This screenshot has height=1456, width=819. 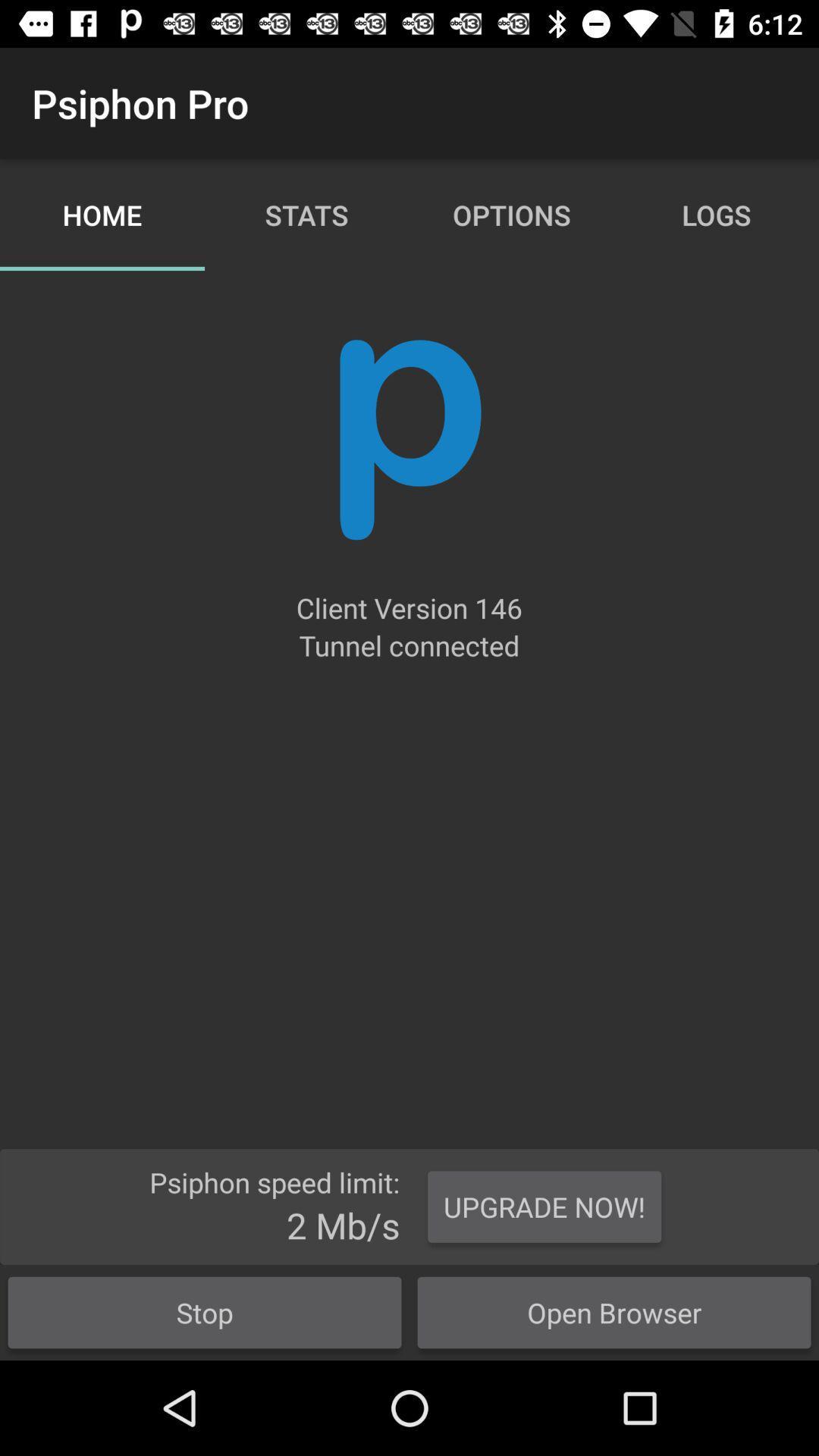 I want to click on the open browser button, so click(x=614, y=1312).